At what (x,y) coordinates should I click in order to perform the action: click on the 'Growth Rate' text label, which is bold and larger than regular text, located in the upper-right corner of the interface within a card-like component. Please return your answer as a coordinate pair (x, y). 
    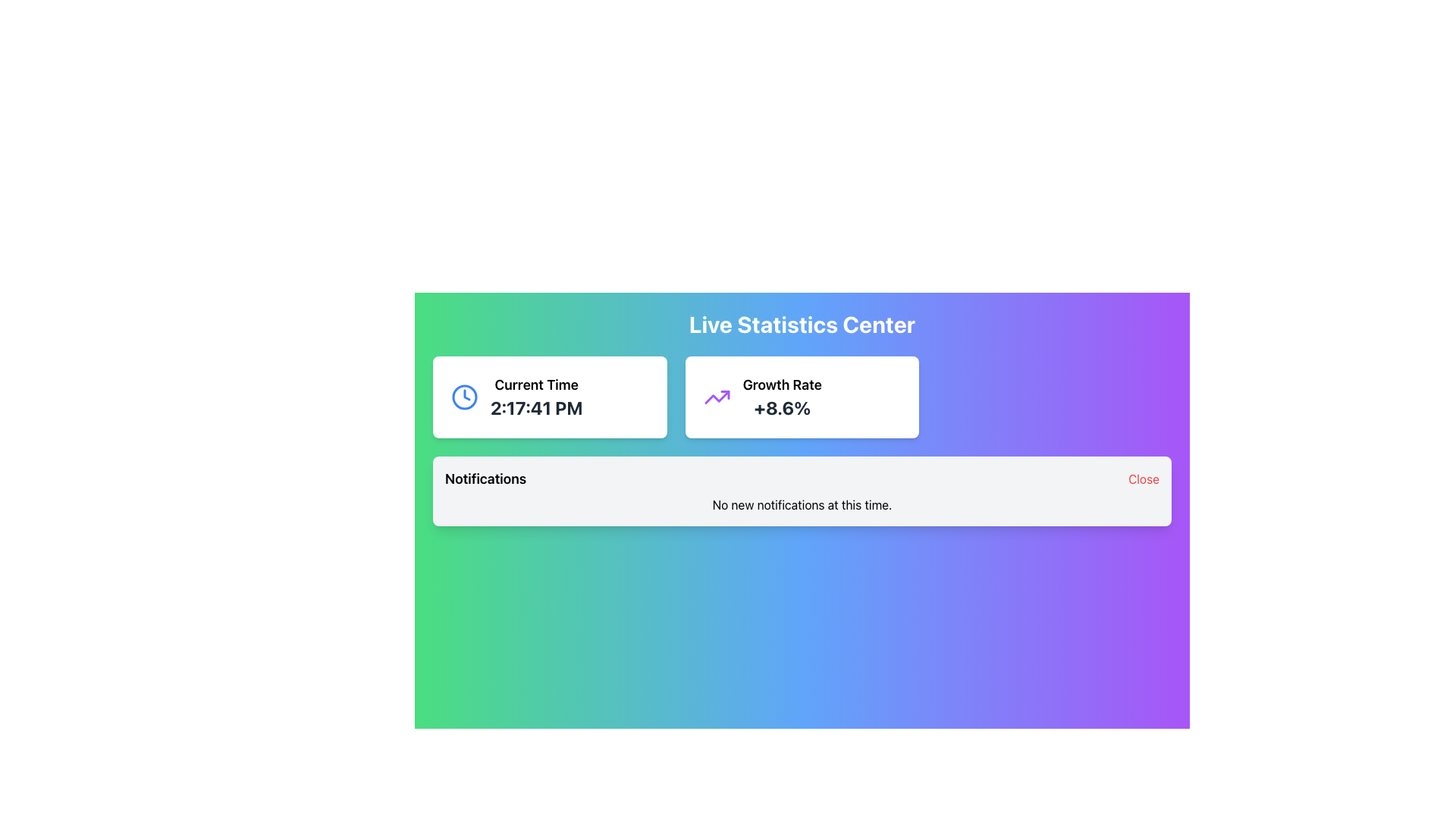
    Looking at the image, I should click on (782, 384).